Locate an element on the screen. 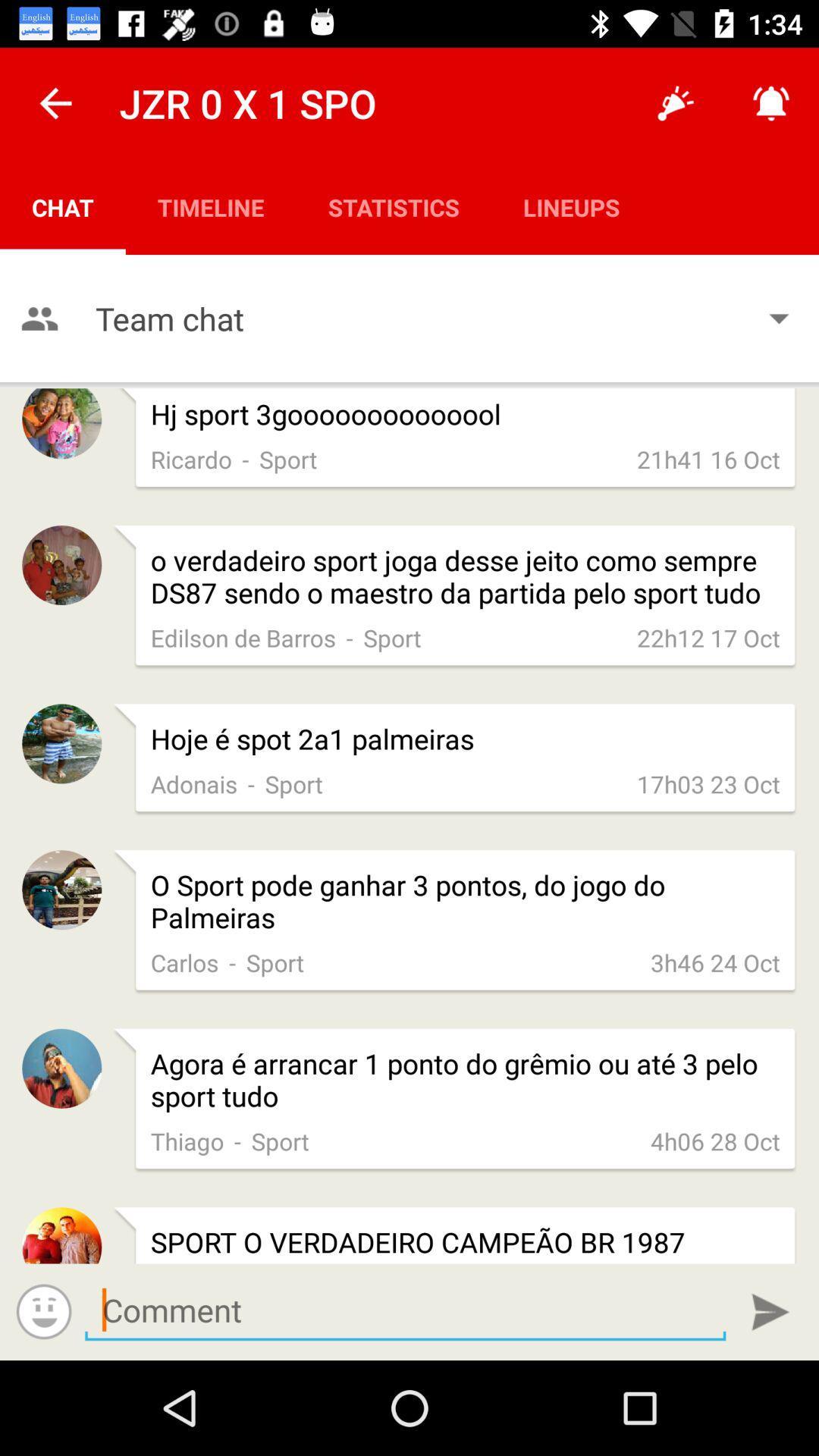 The image size is (819, 1456). icon above chat item is located at coordinates (55, 102).